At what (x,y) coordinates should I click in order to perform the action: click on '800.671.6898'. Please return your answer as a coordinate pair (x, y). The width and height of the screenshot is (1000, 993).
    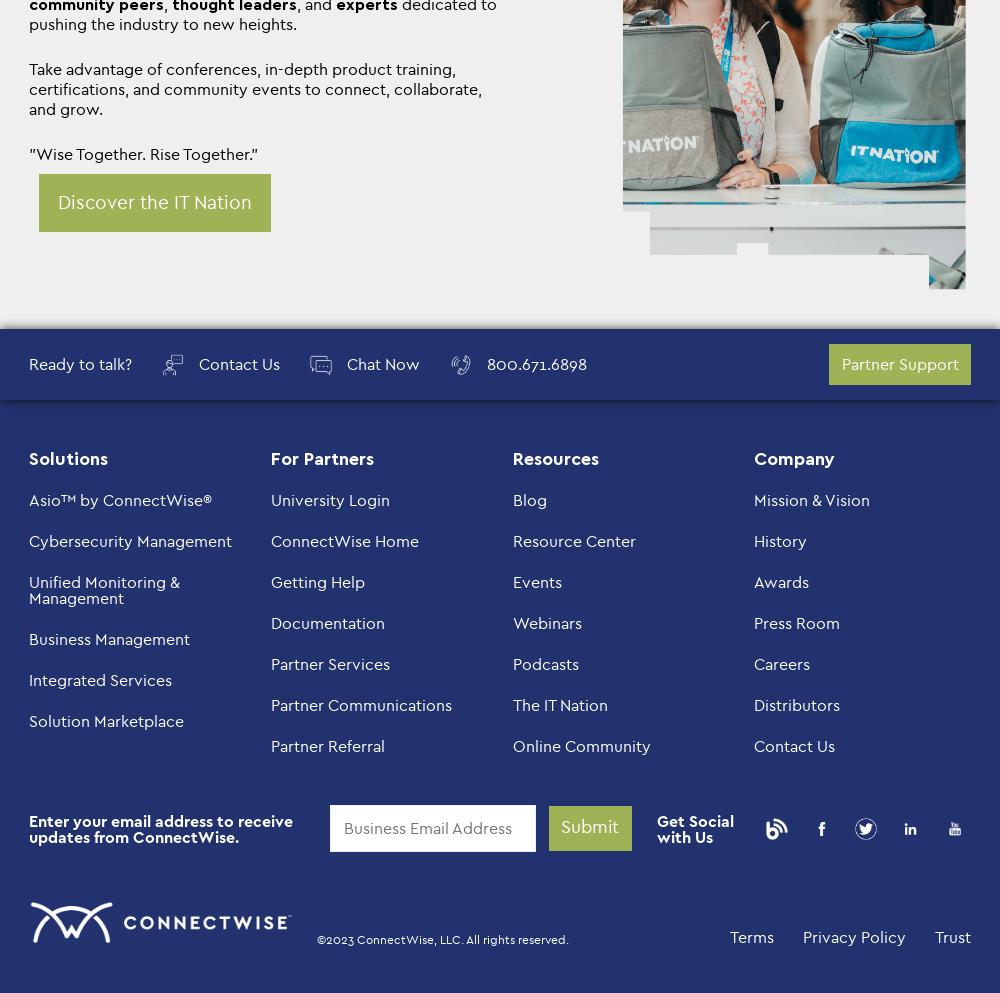
    Looking at the image, I should click on (486, 363).